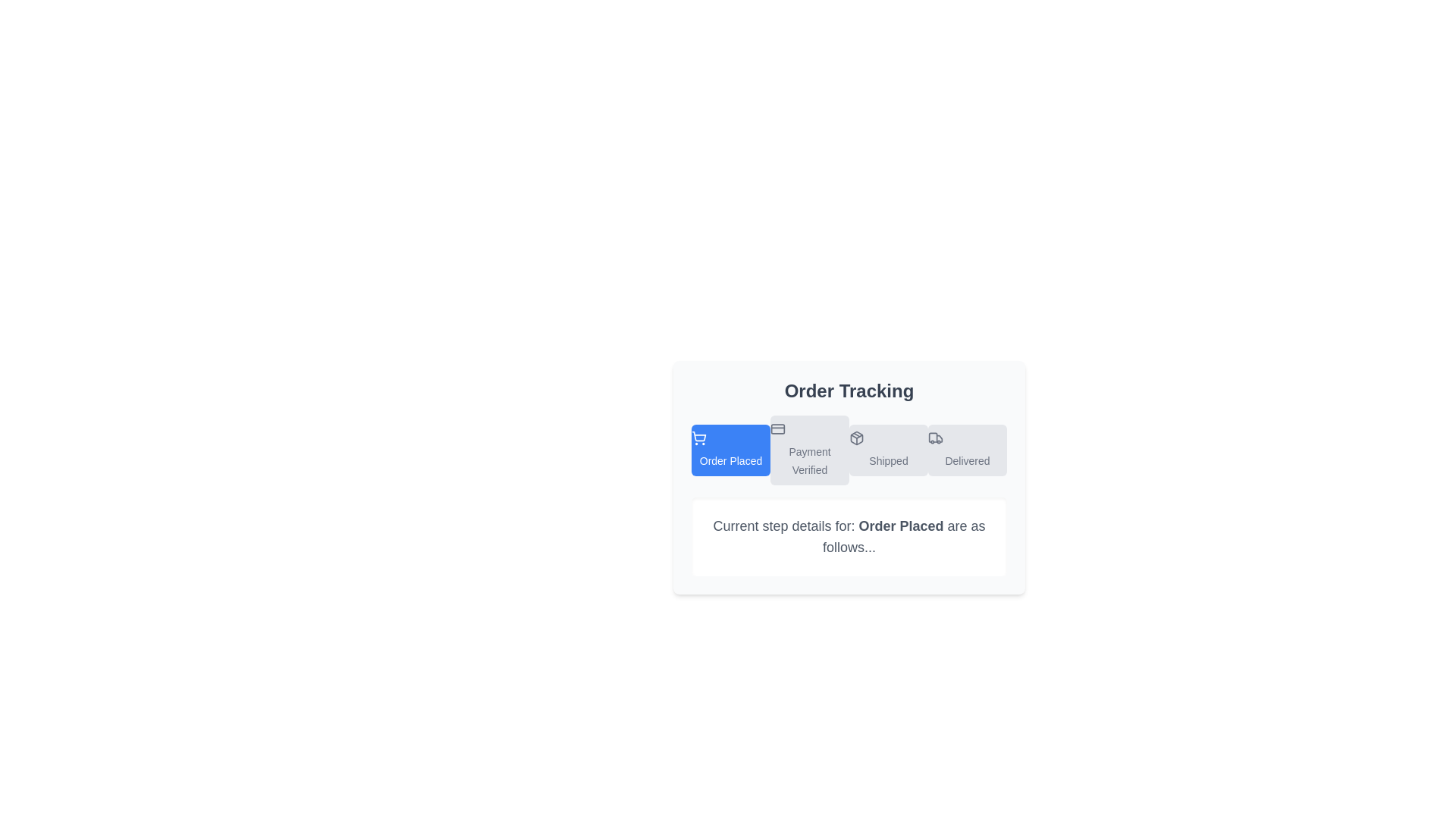  I want to click on the shopping cart icon within the 'Order Placed' tab, so click(698, 438).